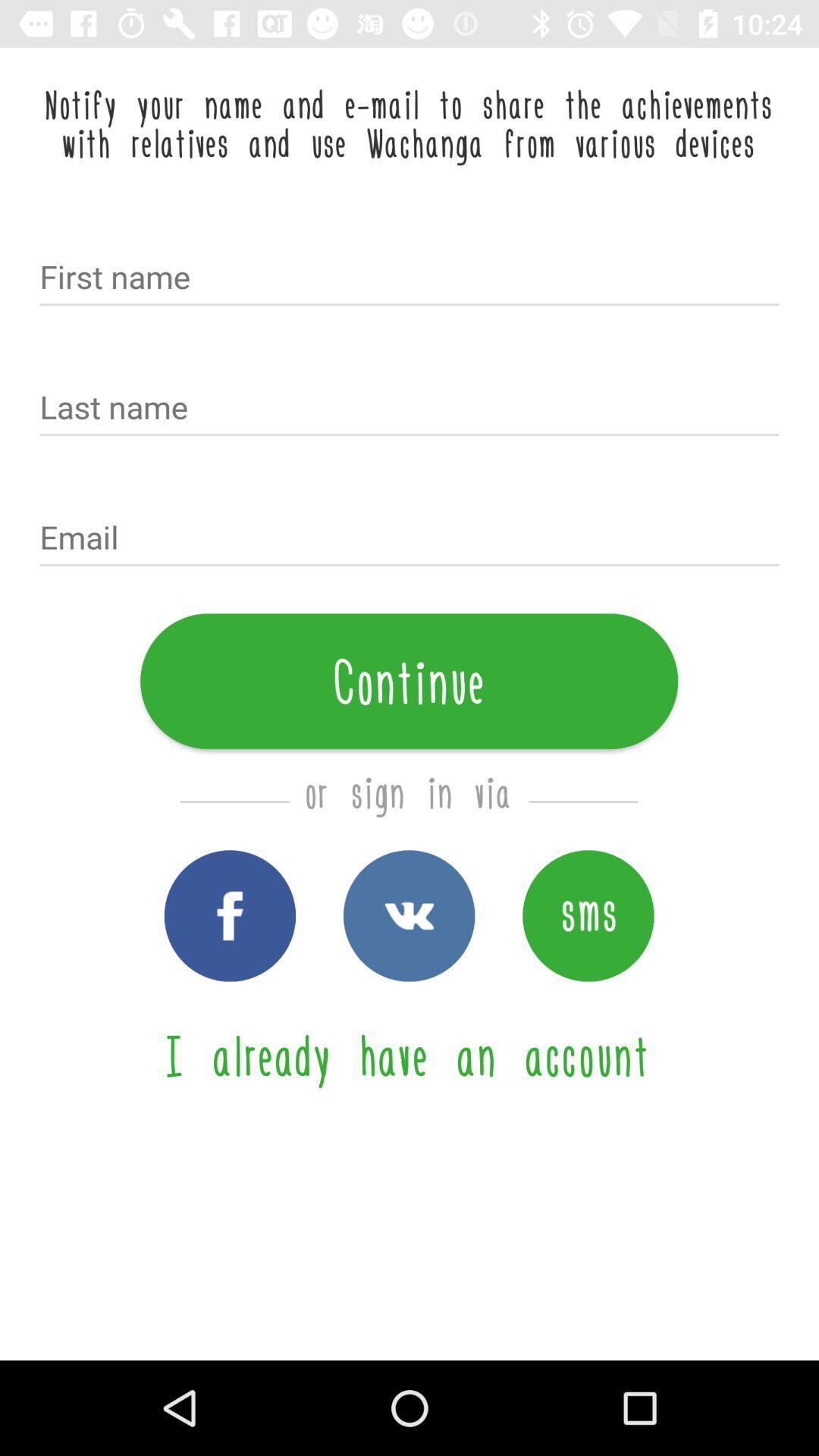 This screenshot has height=1456, width=819. Describe the element at coordinates (409, 278) in the screenshot. I see `your name` at that location.